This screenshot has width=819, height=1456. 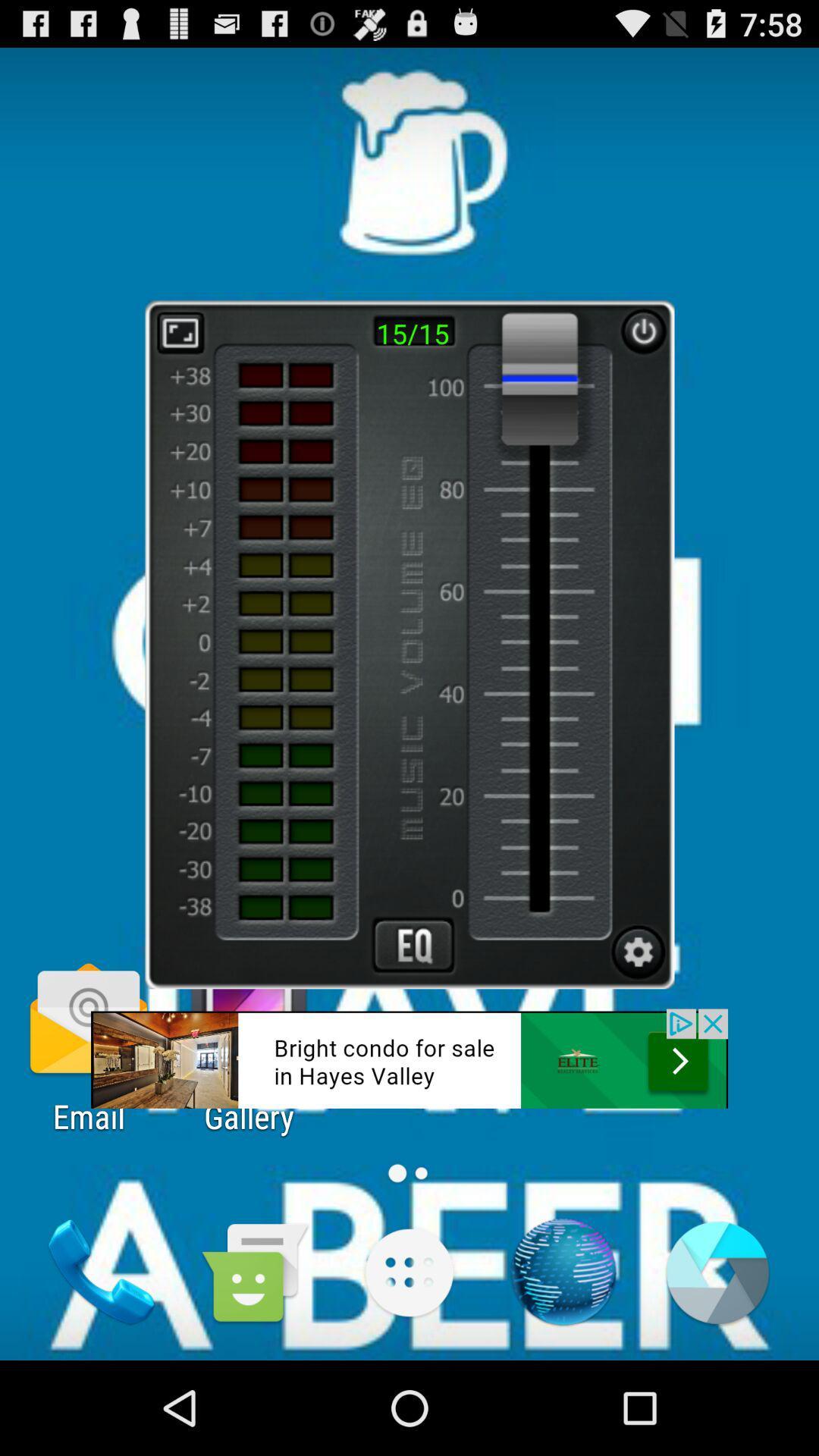 What do you see at coordinates (413, 944) in the screenshot?
I see `eq` at bounding box center [413, 944].